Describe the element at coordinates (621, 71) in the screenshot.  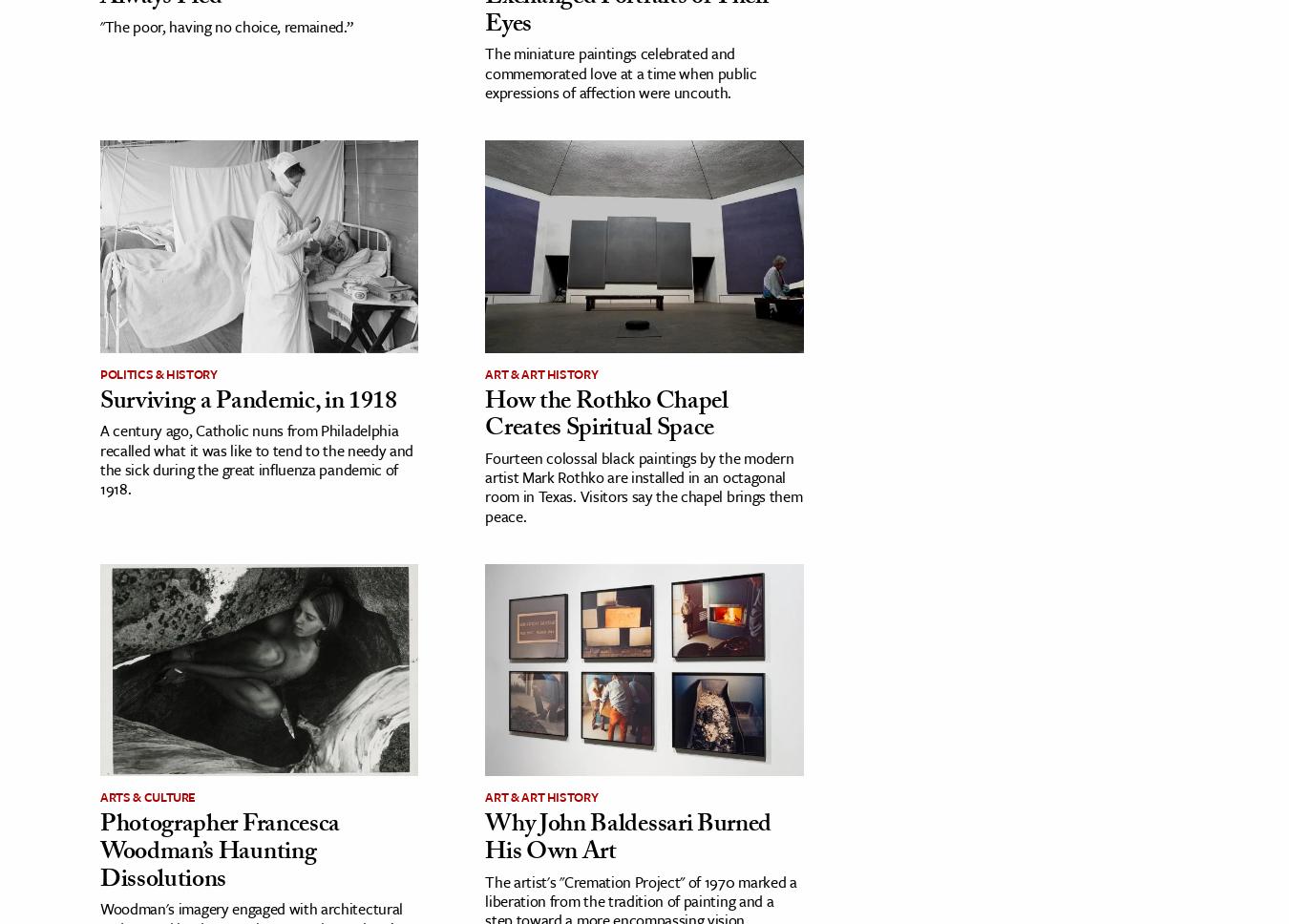
I see `'The miniature paintings celebrated and commemorated love at a time when public expressions of affection were uncouth.'` at that location.